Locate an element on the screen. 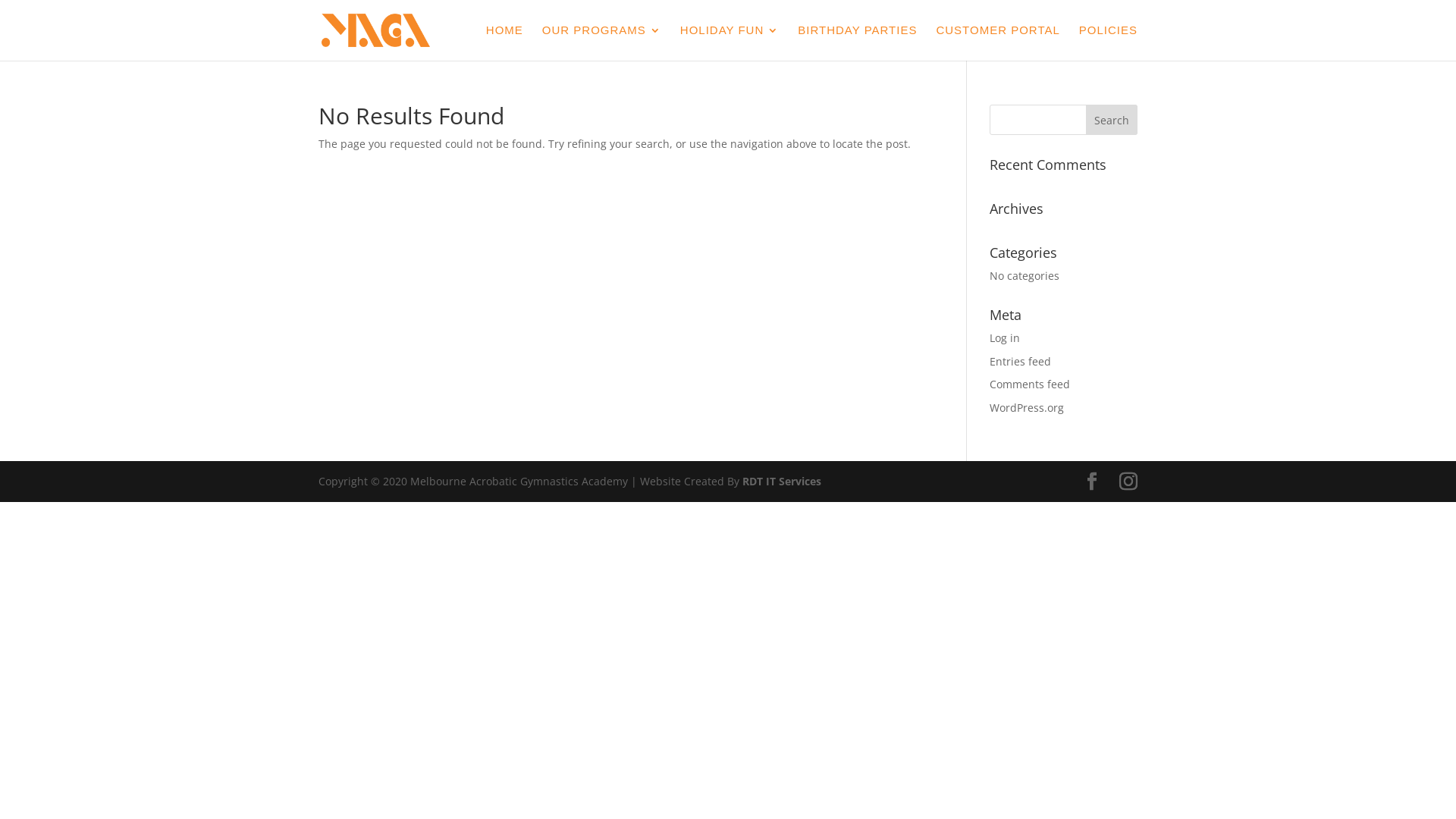 The height and width of the screenshot is (819, 1456). 'OUR PROGRAMS' is located at coordinates (601, 42).